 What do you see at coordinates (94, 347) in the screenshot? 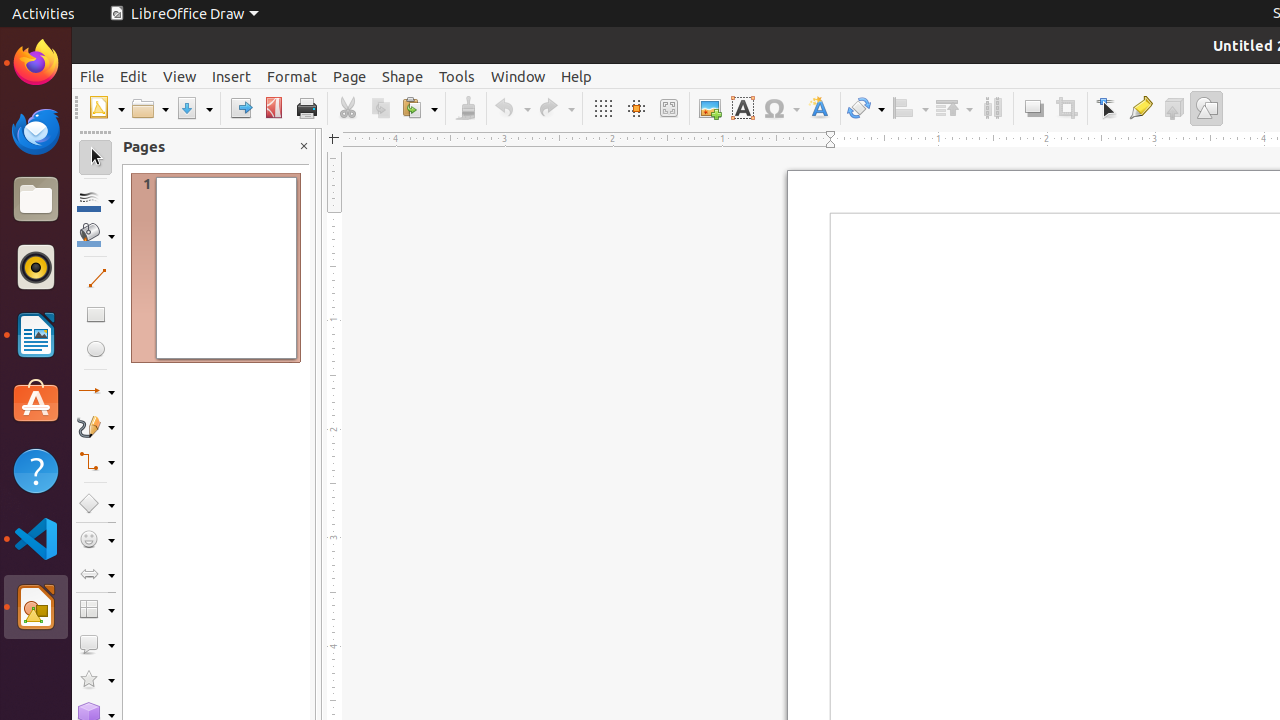
I see `'Ellipse'` at bounding box center [94, 347].